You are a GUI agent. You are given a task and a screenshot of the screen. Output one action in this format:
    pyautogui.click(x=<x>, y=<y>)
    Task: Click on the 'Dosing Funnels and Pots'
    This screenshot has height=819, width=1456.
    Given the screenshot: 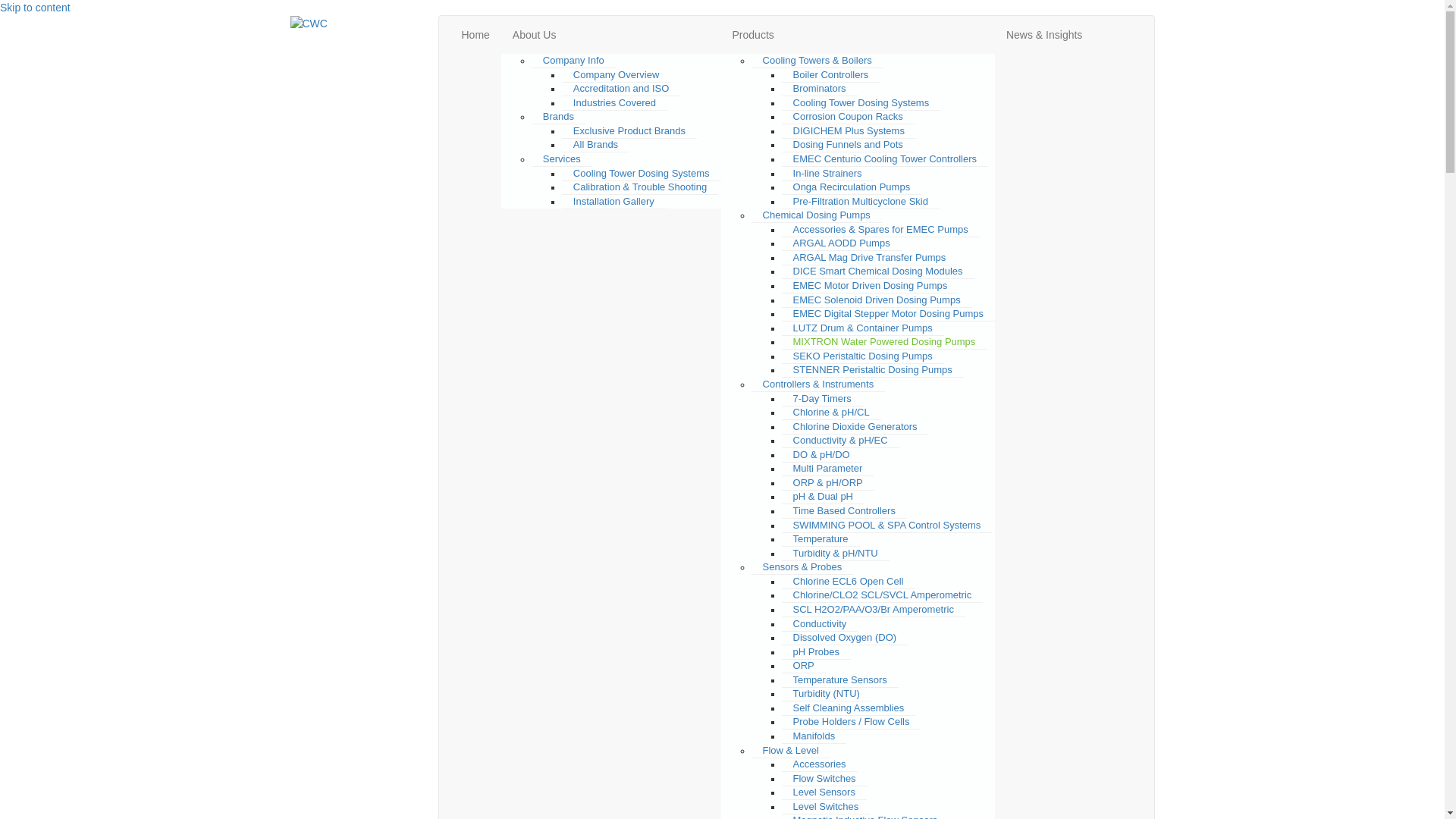 What is the action you would take?
    pyautogui.click(x=782, y=145)
    